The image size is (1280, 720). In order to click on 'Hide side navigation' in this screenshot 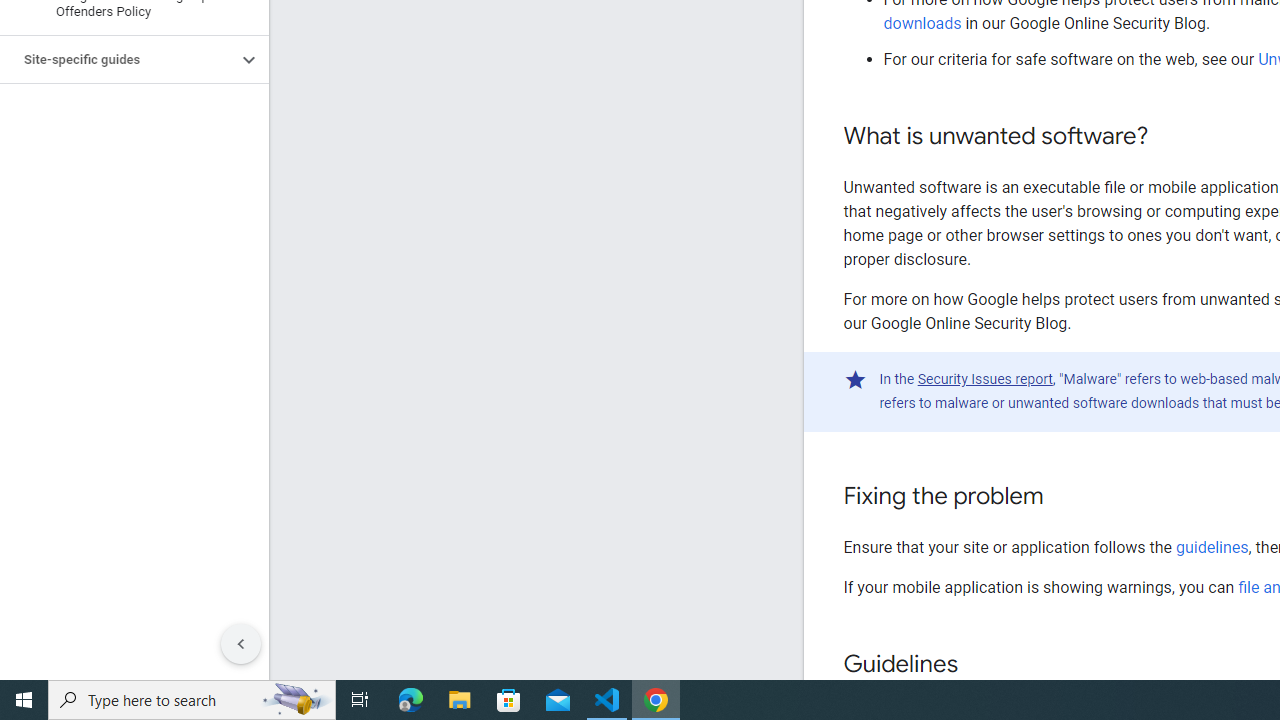, I will do `click(240, 644)`.